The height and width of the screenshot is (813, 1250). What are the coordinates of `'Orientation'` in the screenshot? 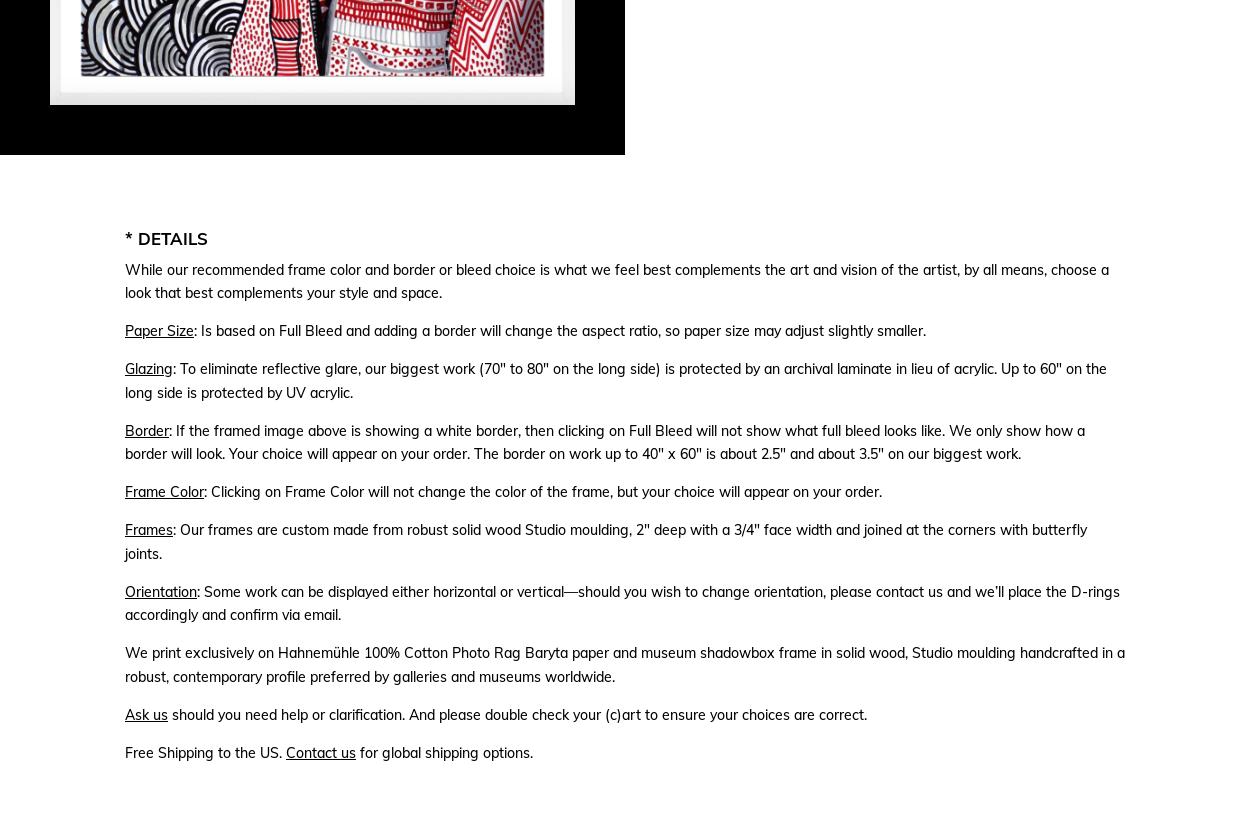 It's located at (161, 590).